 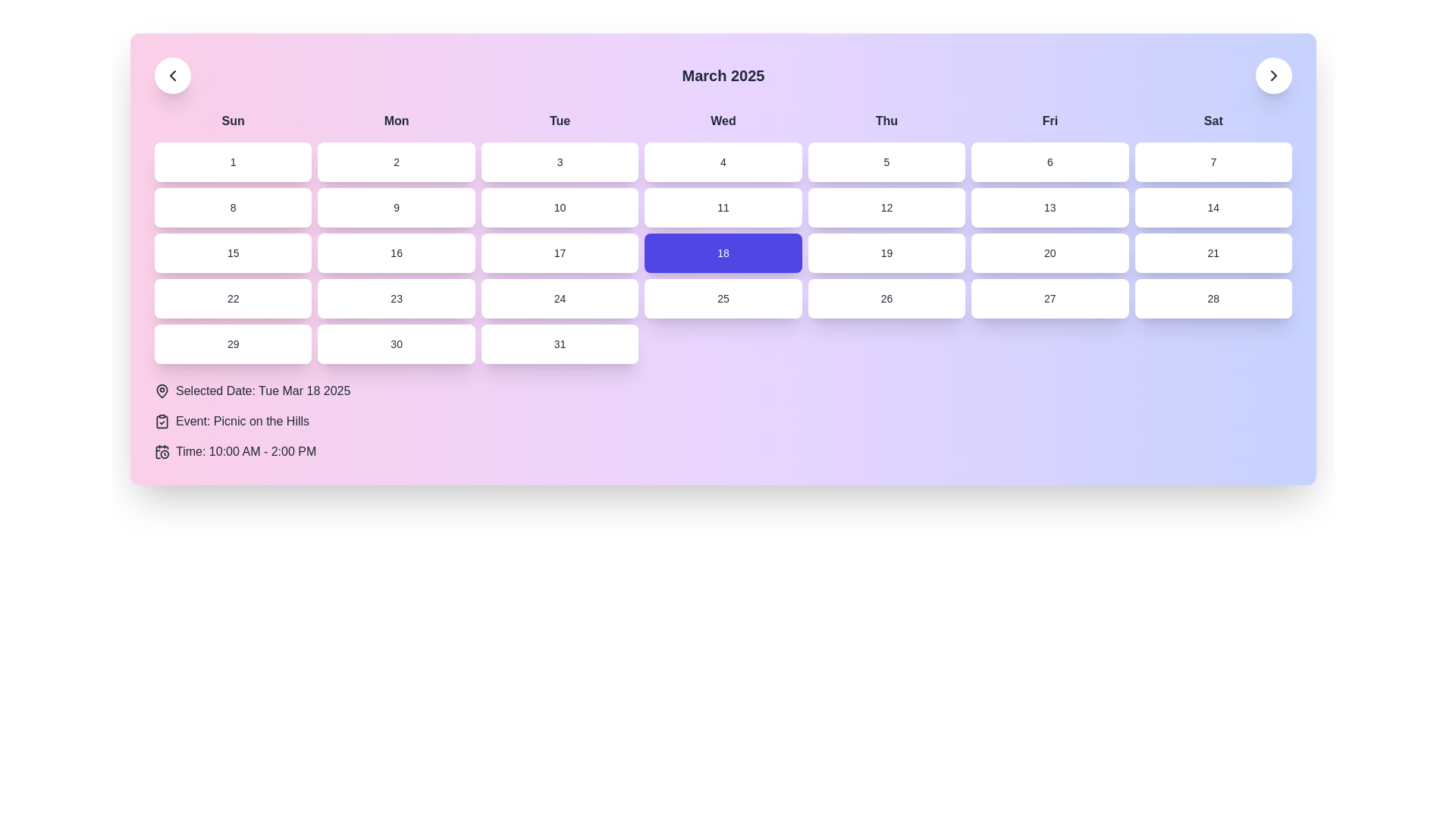 What do you see at coordinates (232, 253) in the screenshot?
I see `the button labeled '15' which is a rectangular block with a white background that changes to light indigo upon hovering, located in the fourth row and first column of the grid` at bounding box center [232, 253].